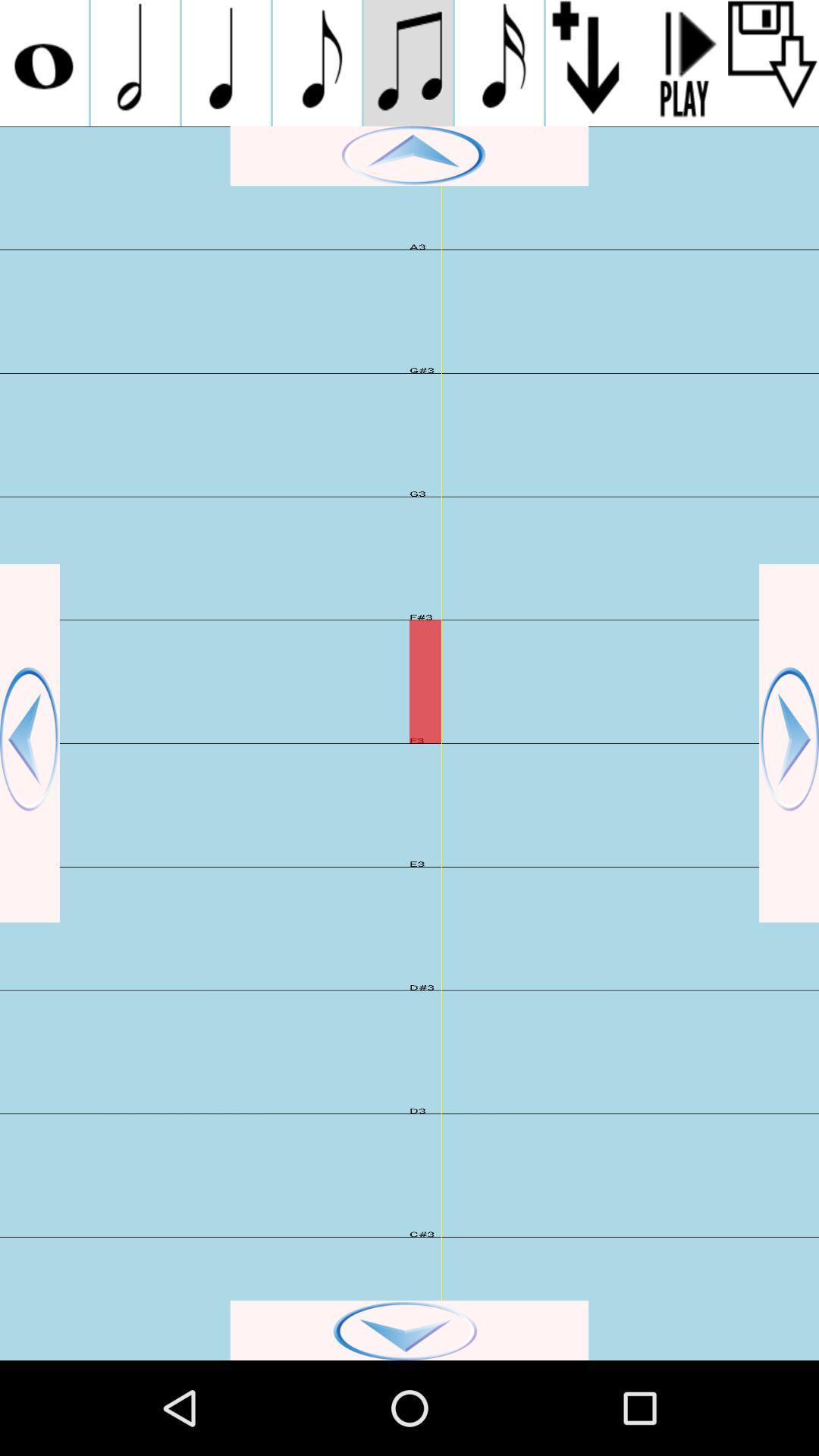 This screenshot has width=819, height=1456. What do you see at coordinates (134, 62) in the screenshot?
I see `music tone` at bounding box center [134, 62].